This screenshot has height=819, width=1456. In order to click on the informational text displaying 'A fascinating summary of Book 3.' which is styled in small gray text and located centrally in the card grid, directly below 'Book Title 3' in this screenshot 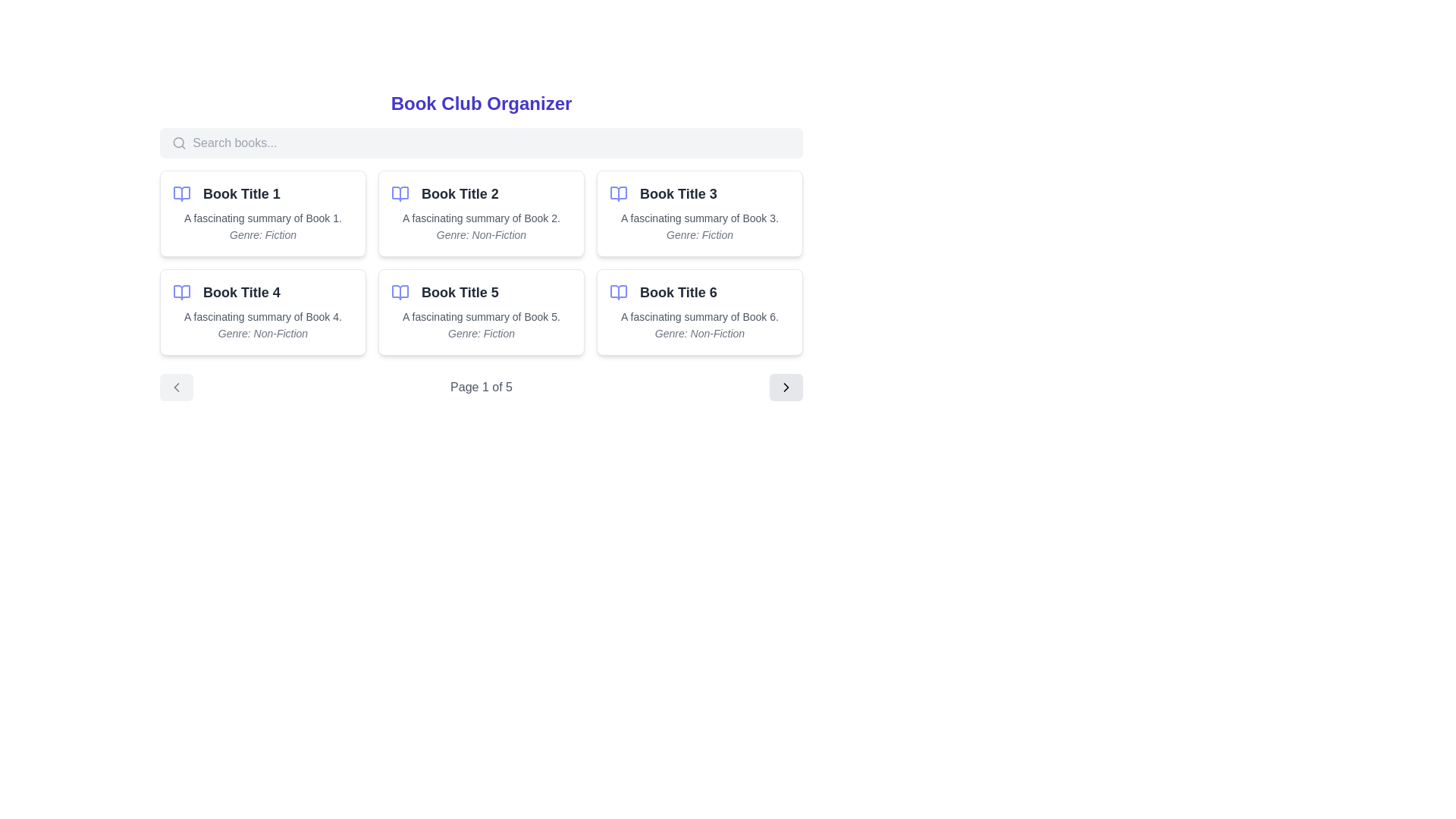, I will do `click(698, 218)`.